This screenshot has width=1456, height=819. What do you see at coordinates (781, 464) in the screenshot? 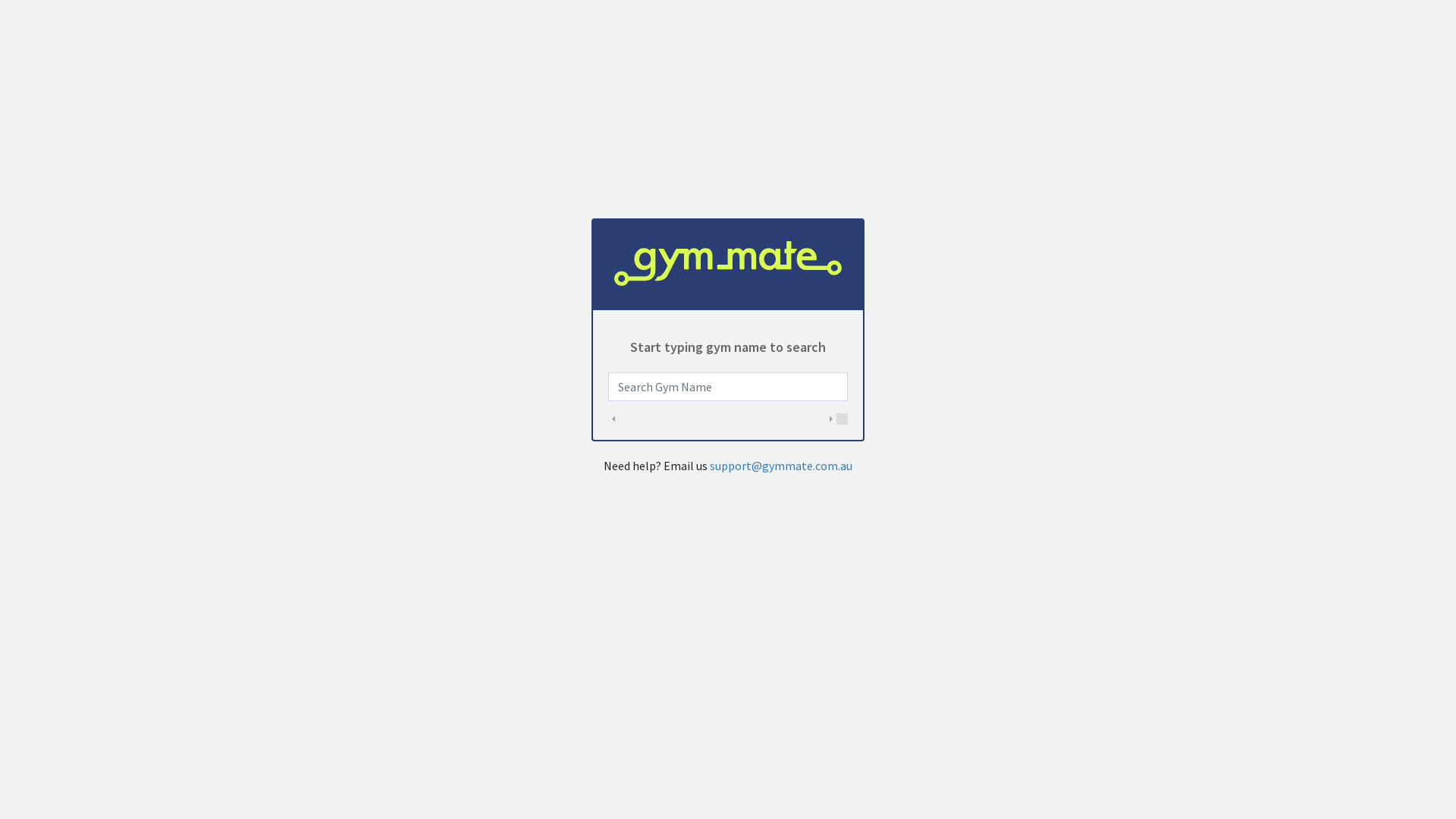
I see `'support@gymmate.com.au'` at bounding box center [781, 464].